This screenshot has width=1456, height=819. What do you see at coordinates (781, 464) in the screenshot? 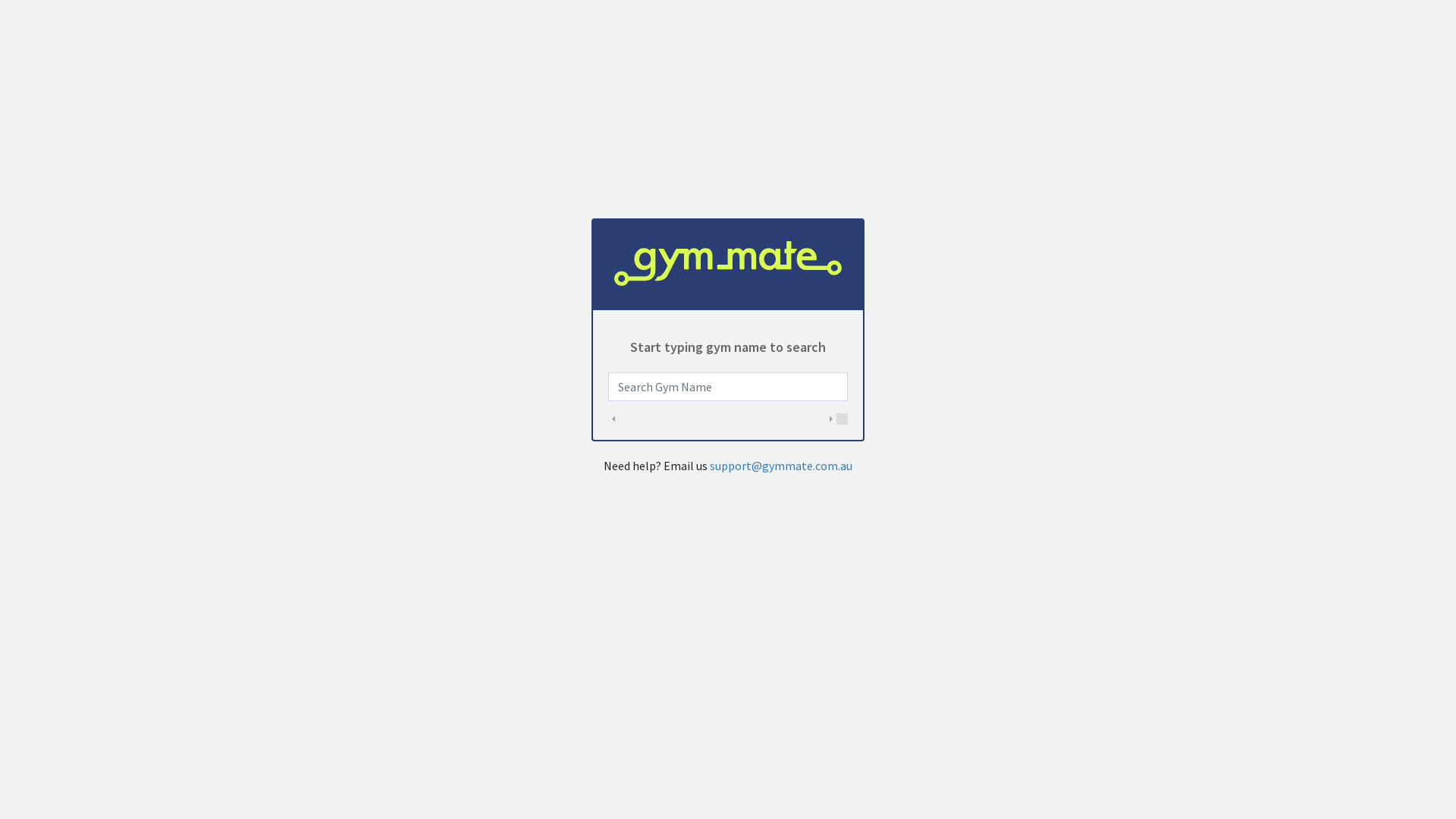
I see `'support@gymmate.com.au'` at bounding box center [781, 464].